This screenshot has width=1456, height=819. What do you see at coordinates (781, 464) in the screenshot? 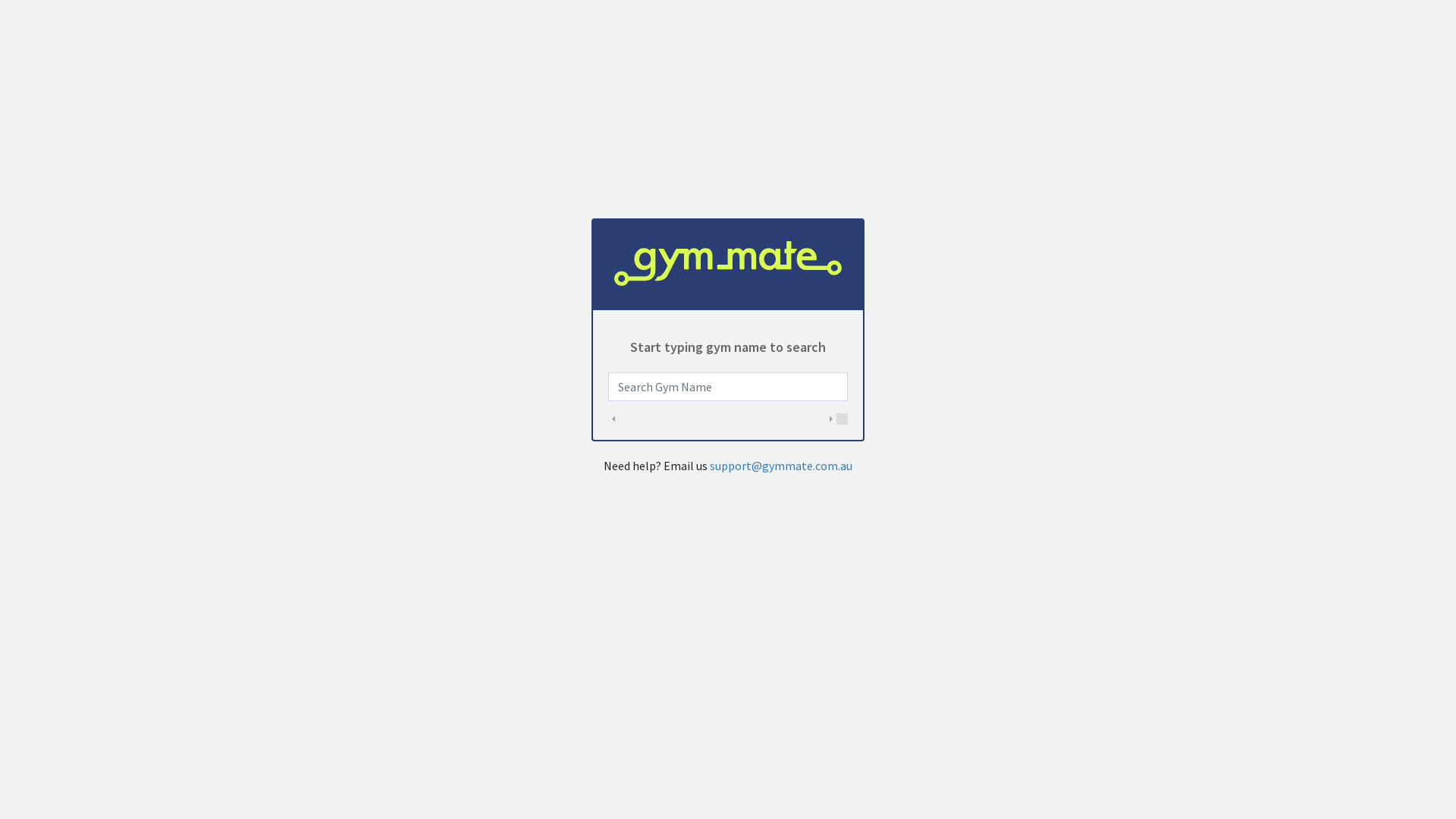
I see `'support@gymmate.com.au'` at bounding box center [781, 464].